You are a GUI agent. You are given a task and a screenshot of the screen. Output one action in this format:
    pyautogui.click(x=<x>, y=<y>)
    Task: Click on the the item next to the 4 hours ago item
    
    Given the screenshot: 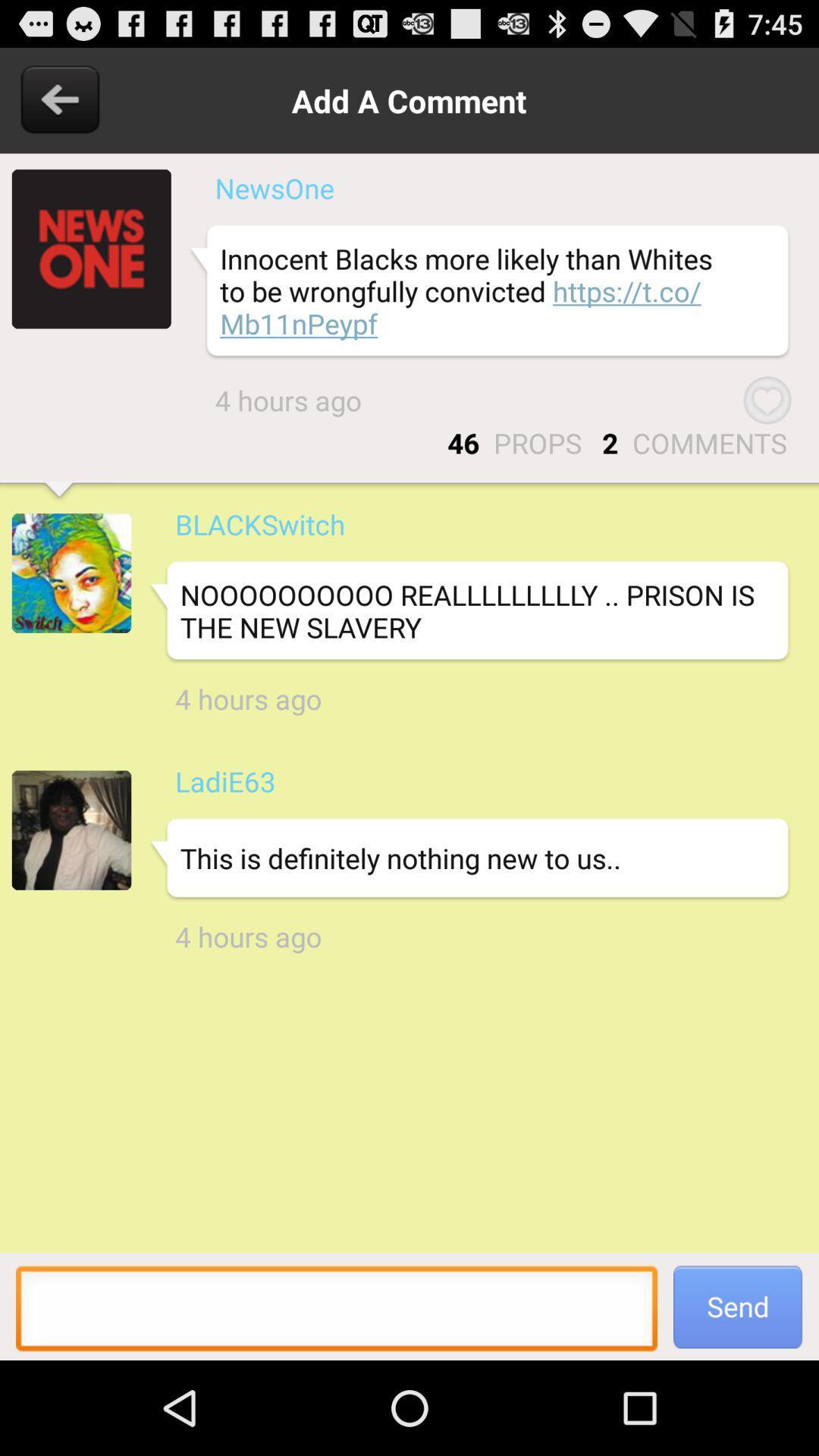 What is the action you would take?
    pyautogui.click(x=767, y=400)
    